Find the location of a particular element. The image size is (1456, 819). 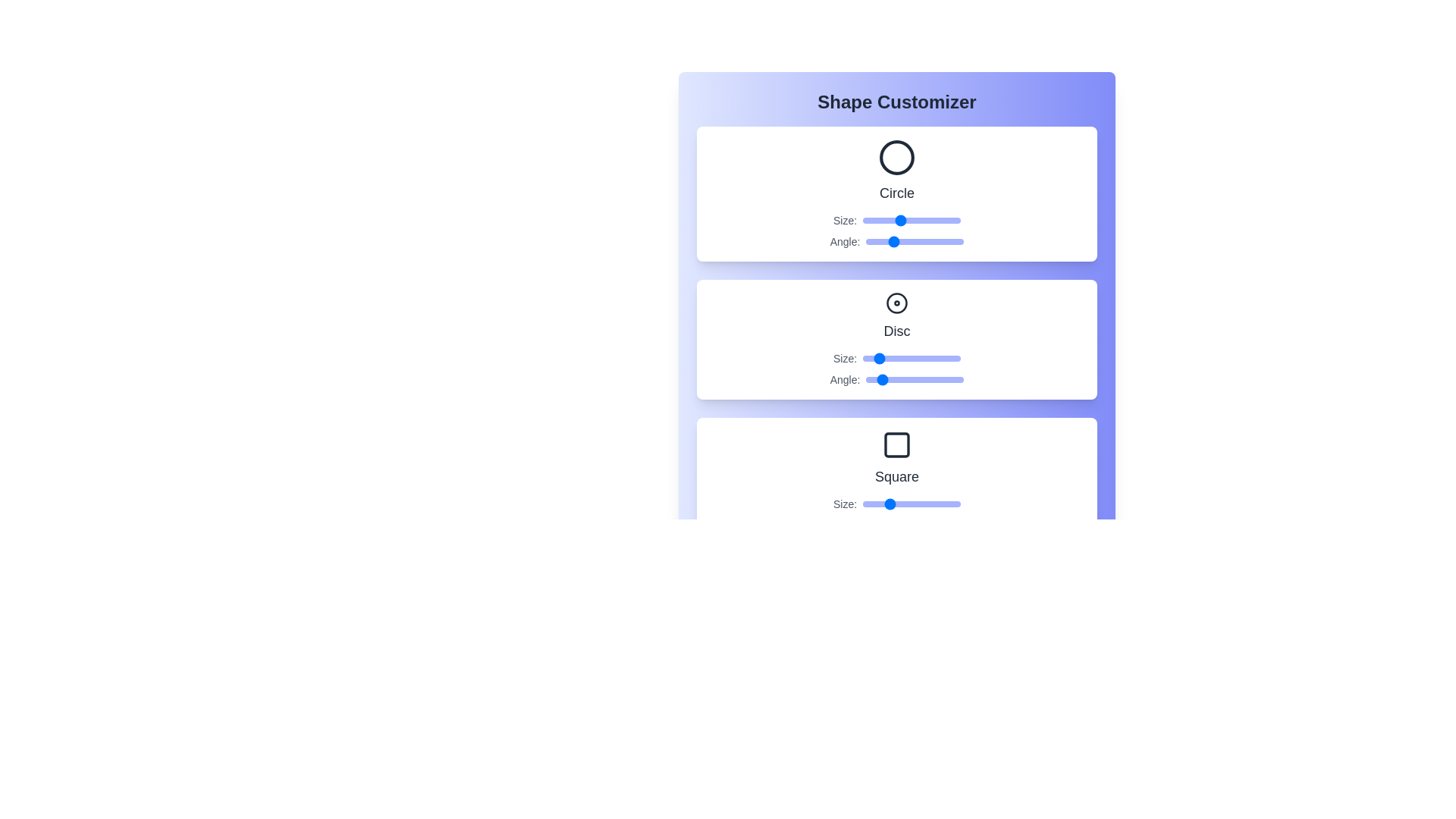

the Circle's angle slider to 218 degrees is located at coordinates (924, 241).